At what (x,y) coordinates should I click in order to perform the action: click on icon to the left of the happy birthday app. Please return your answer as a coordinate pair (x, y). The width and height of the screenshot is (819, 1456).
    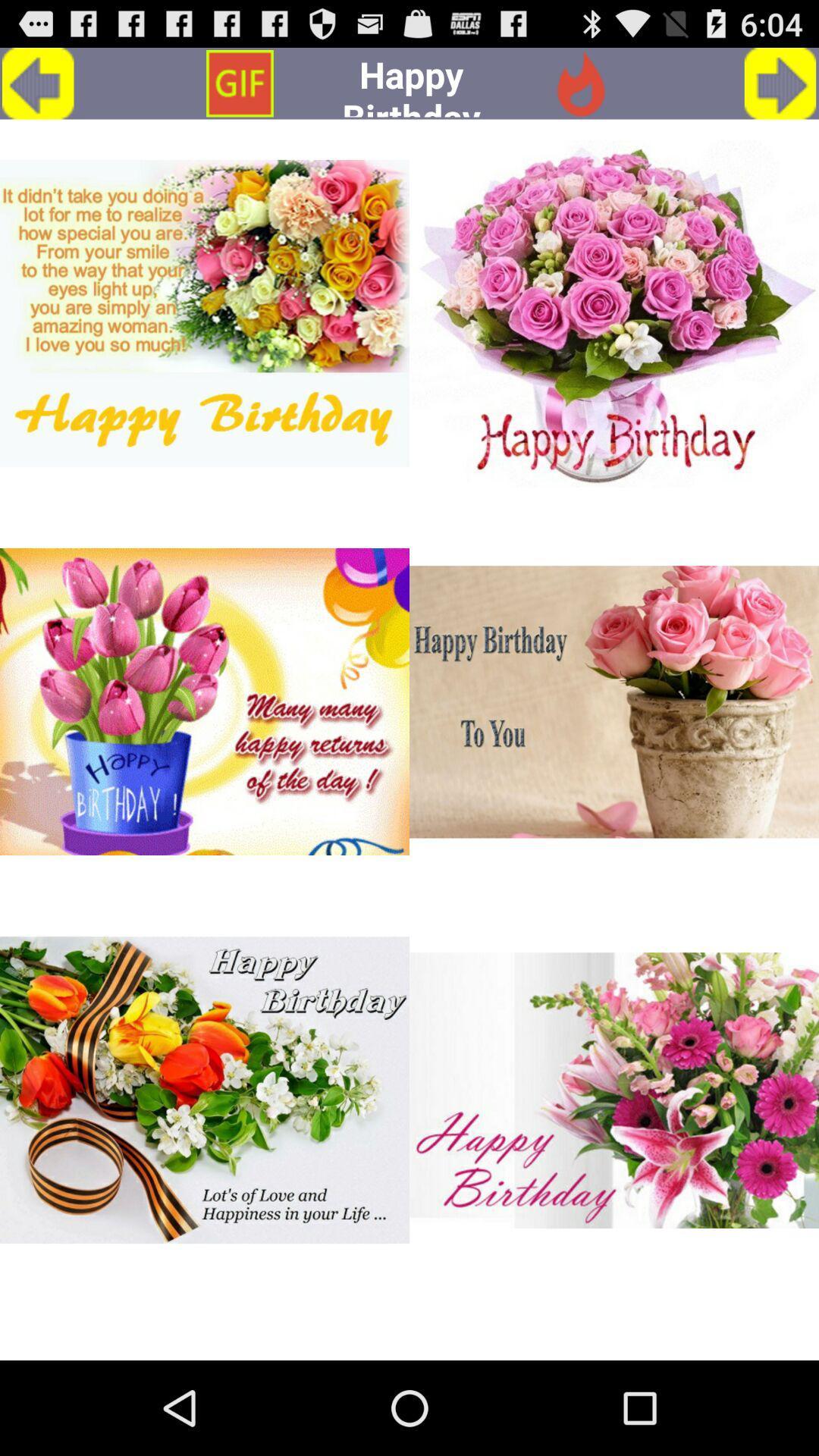
    Looking at the image, I should click on (239, 83).